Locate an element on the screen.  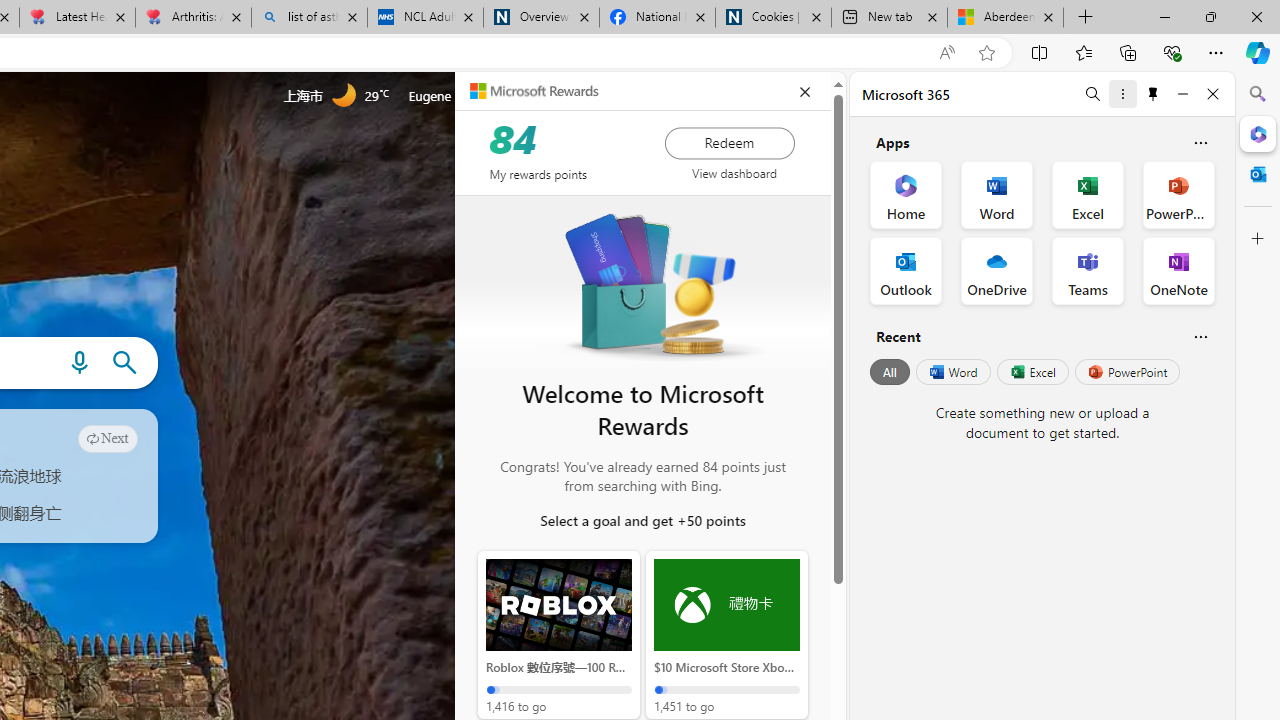
'Cookies | About | NICE' is located at coordinates (772, 17).